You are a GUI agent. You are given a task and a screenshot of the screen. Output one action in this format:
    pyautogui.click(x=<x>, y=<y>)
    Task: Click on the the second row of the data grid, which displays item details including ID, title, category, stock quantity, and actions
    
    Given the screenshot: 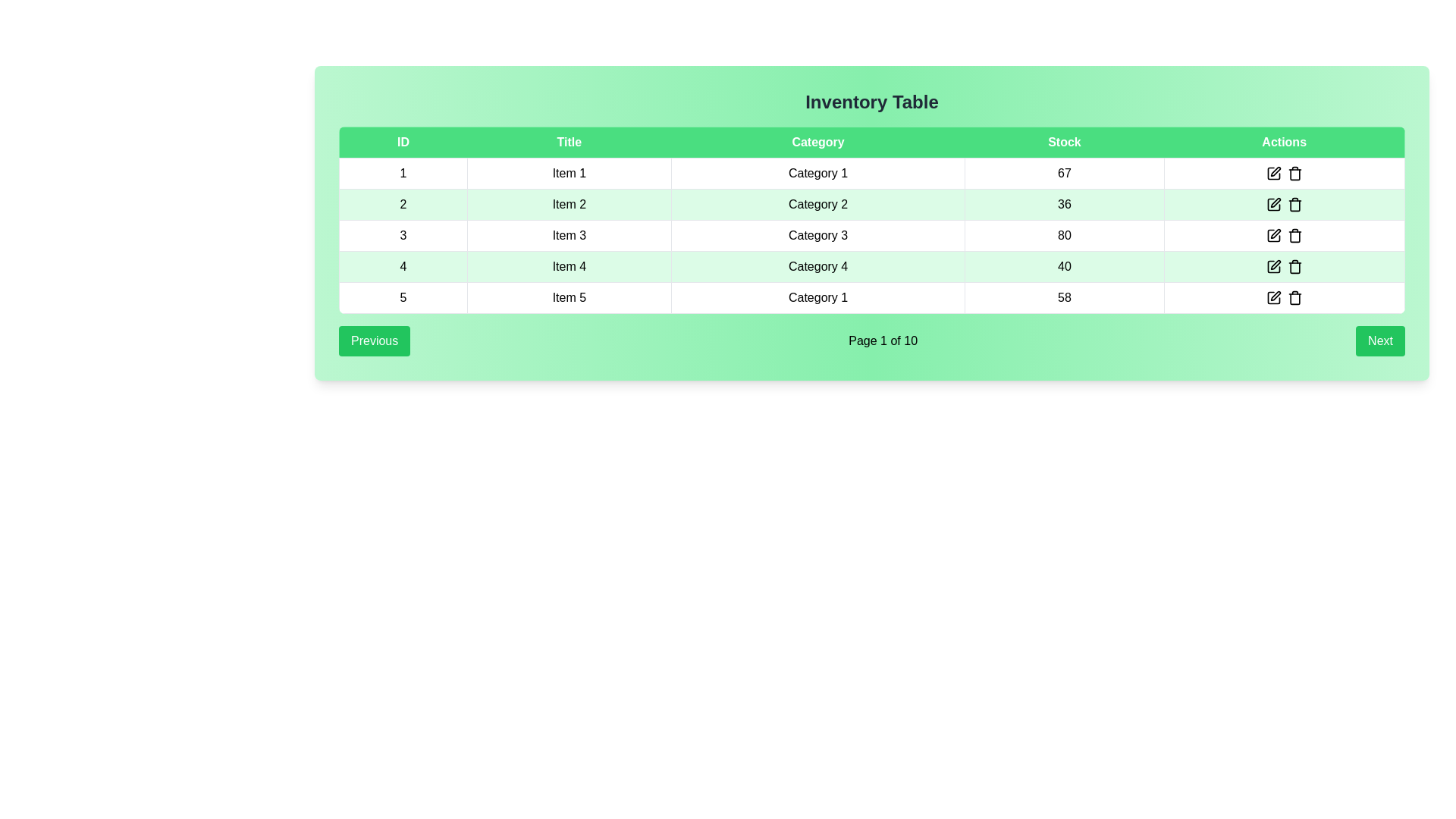 What is the action you would take?
    pyautogui.click(x=872, y=205)
    